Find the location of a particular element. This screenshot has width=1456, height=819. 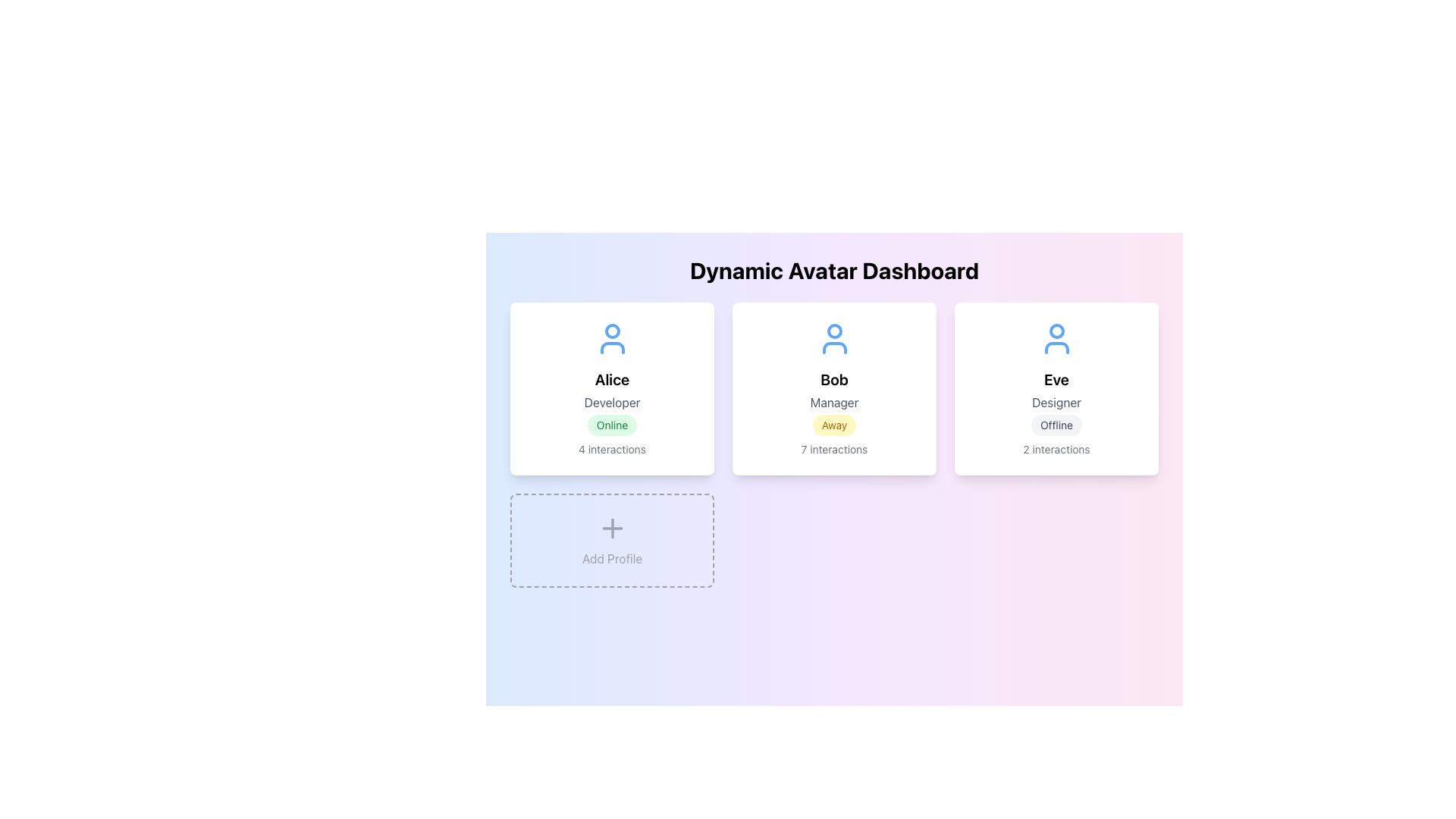

the pill-shaped label displaying 'Offline', which is located below the text 'Designer' and above '2 interactions' is located at coordinates (1056, 425).